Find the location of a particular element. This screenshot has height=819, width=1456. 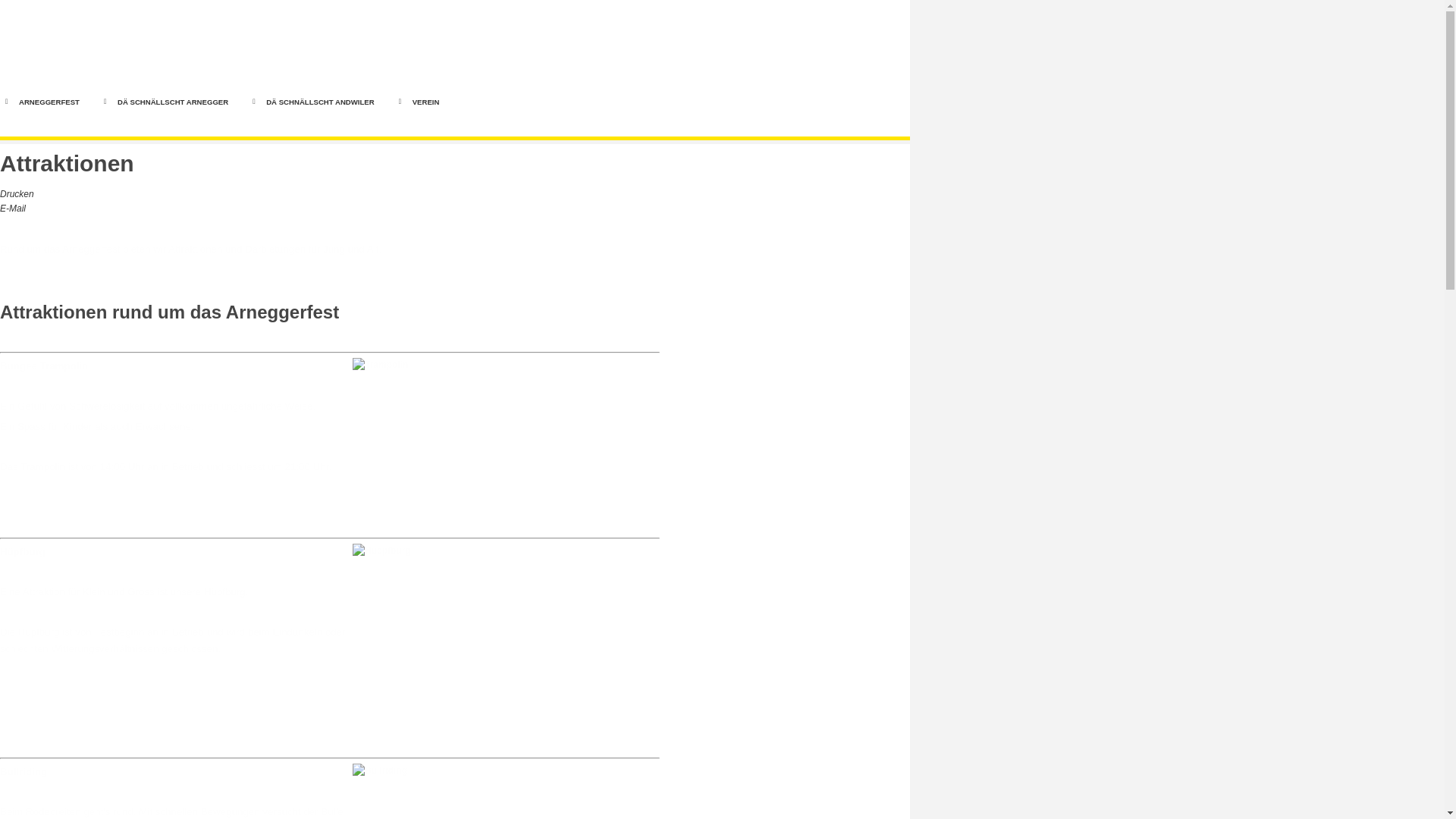

'E-Mail' is located at coordinates (13, 208).